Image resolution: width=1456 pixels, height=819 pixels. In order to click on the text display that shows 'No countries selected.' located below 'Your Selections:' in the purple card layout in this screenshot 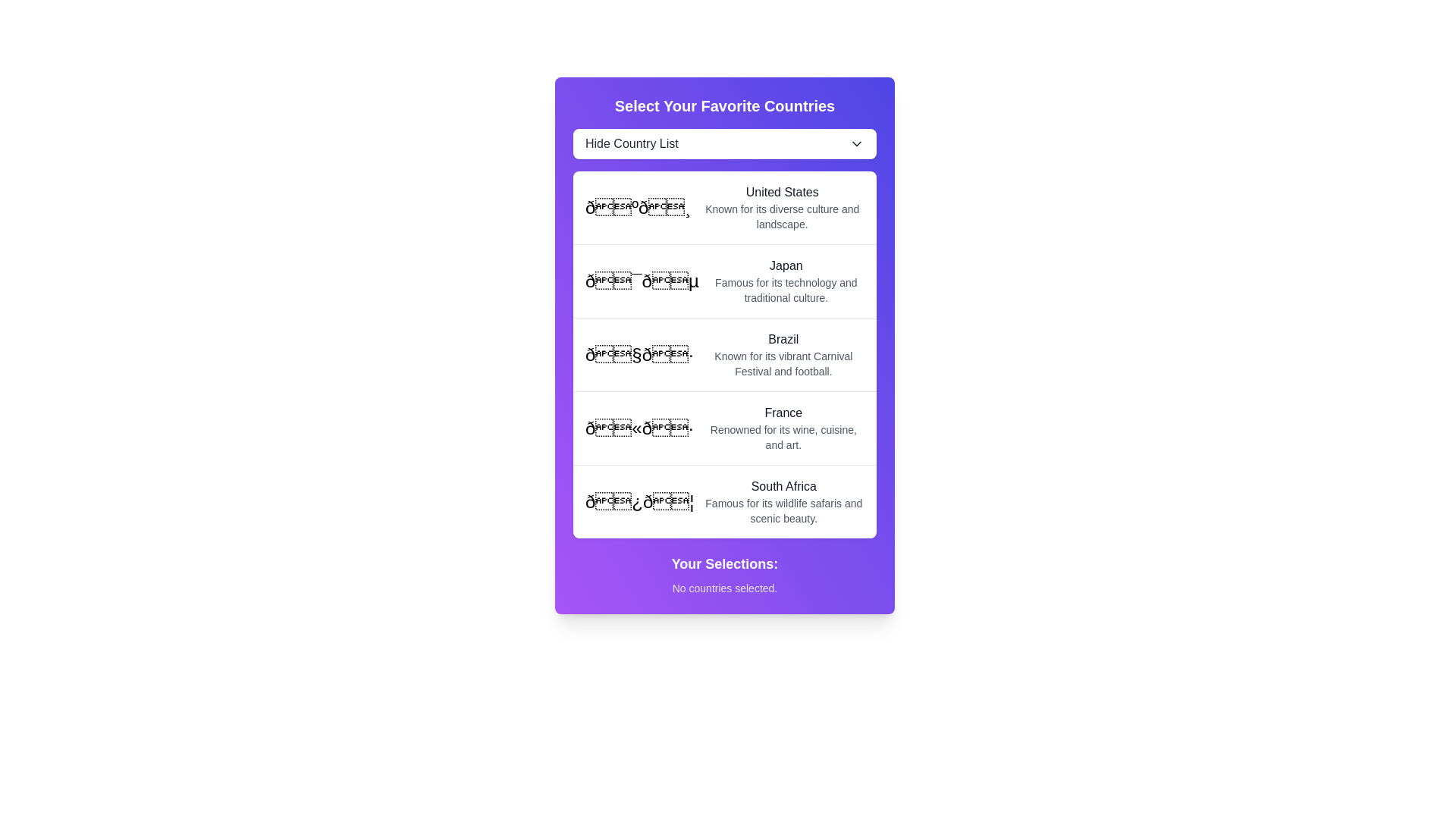, I will do `click(723, 587)`.